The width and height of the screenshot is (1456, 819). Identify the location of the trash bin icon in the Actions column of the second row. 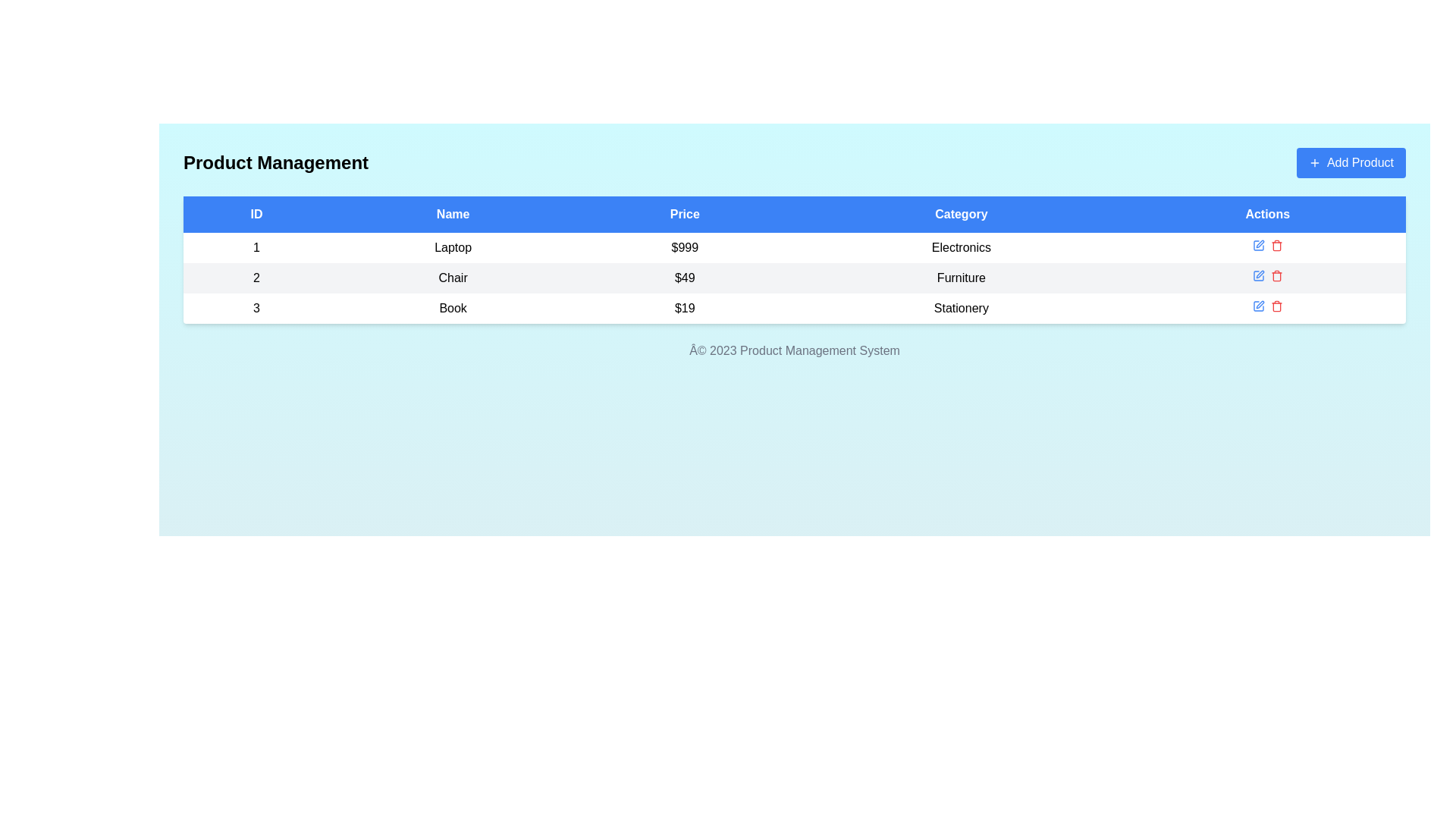
(1276, 275).